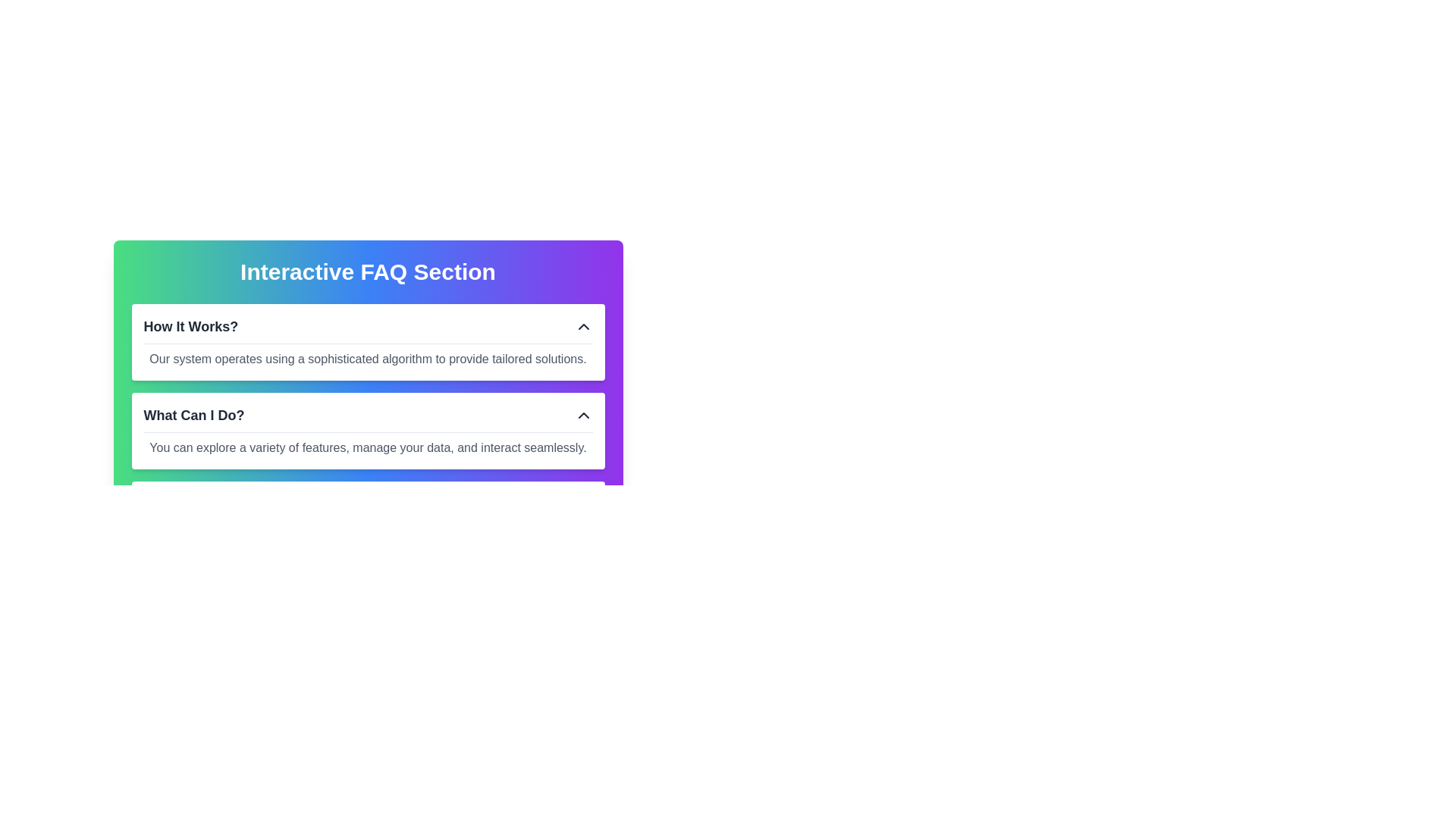 The image size is (1456, 819). Describe the element at coordinates (368, 342) in the screenshot. I see `description of the Collapsible FAQ section labeled 'How It Works?' which is the first section below the 'Interactive FAQ Section'` at that location.